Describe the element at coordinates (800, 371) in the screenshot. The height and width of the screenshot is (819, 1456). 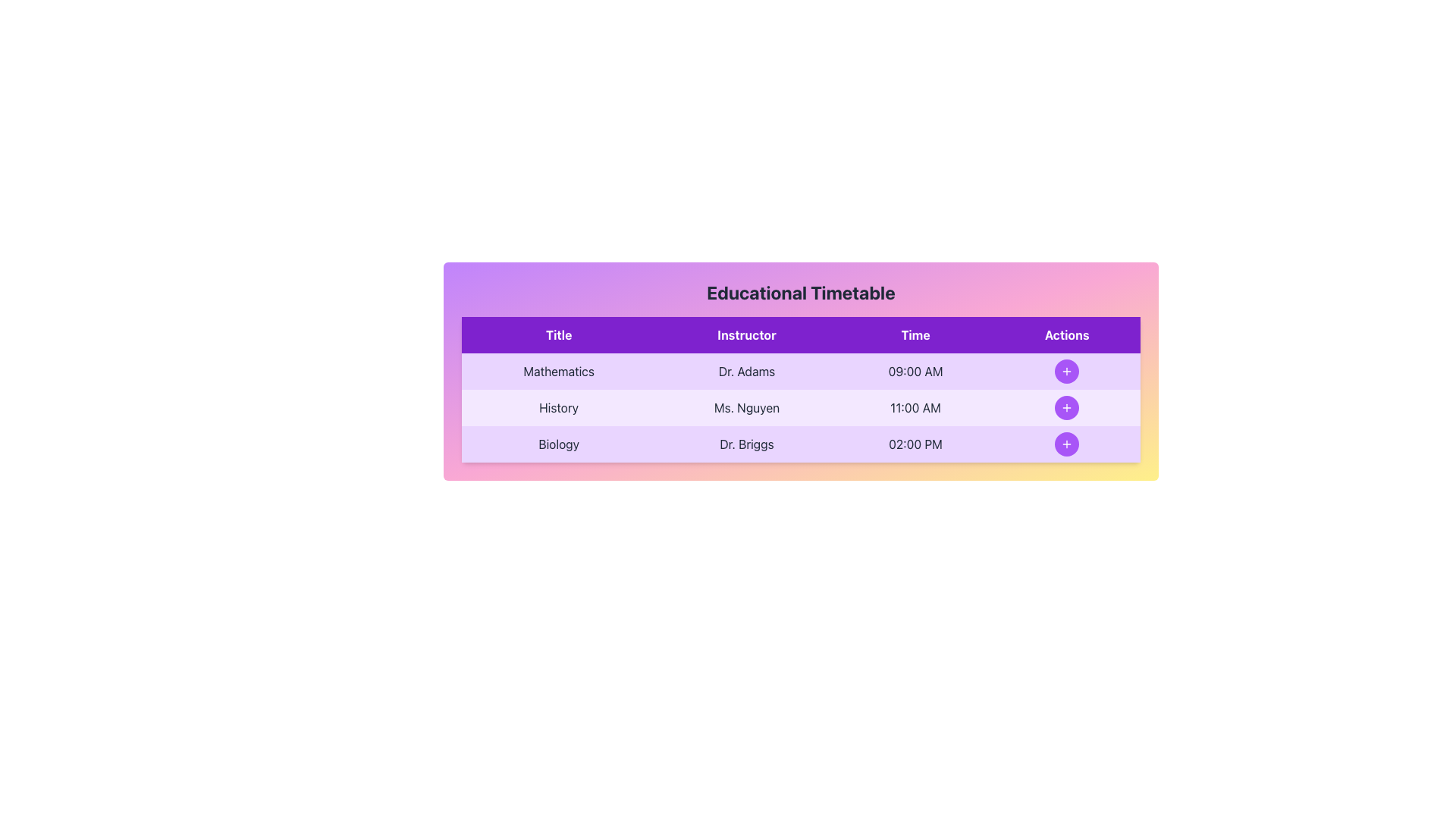
I see `course schedule details from the first row of the 'Educational Timetable' table, which includes the Title 'Mathematics', Instructor 'Dr. Adams', and Time '09:00 AM'` at that location.